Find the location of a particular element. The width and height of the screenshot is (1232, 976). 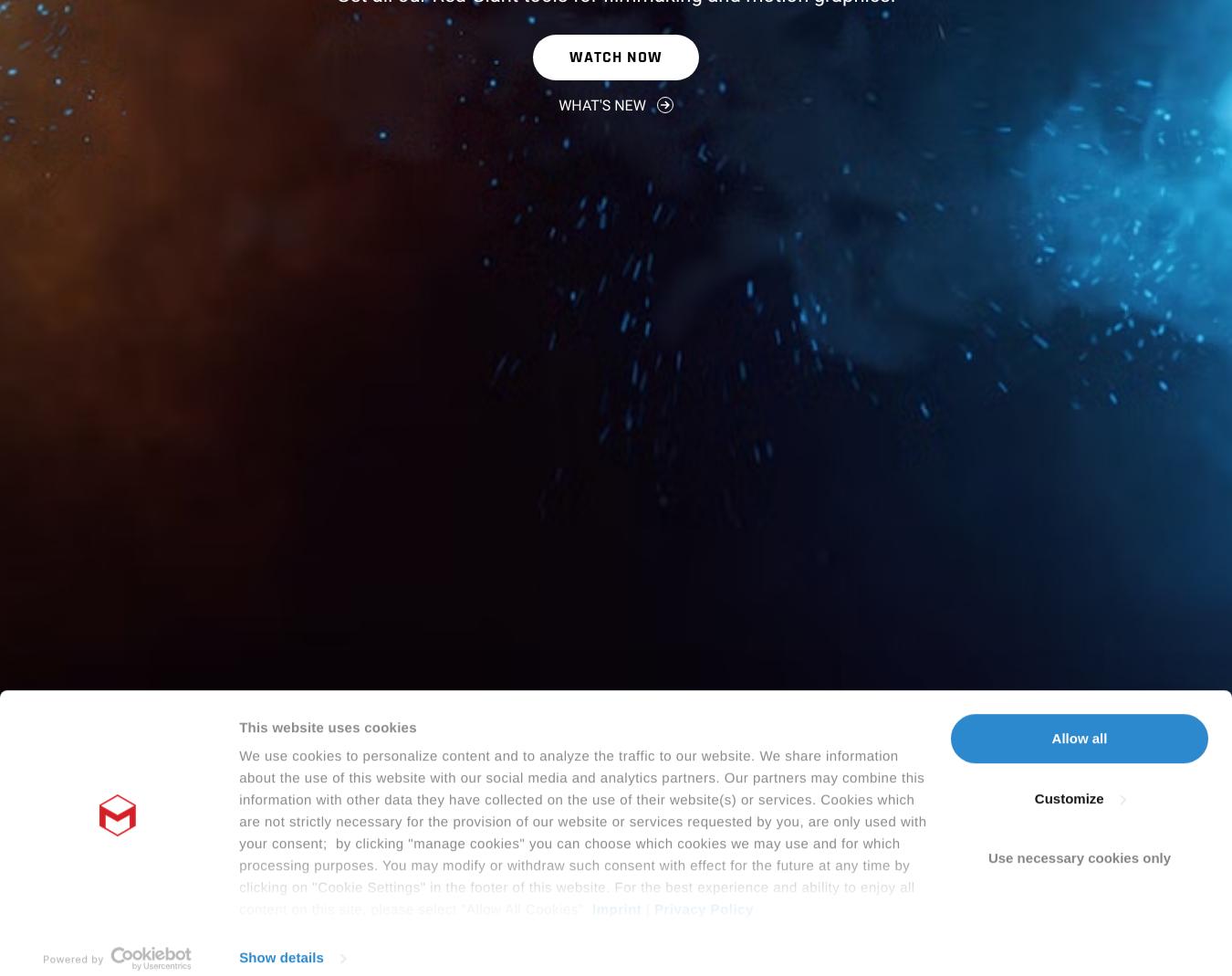

'What's New' is located at coordinates (601, 104).